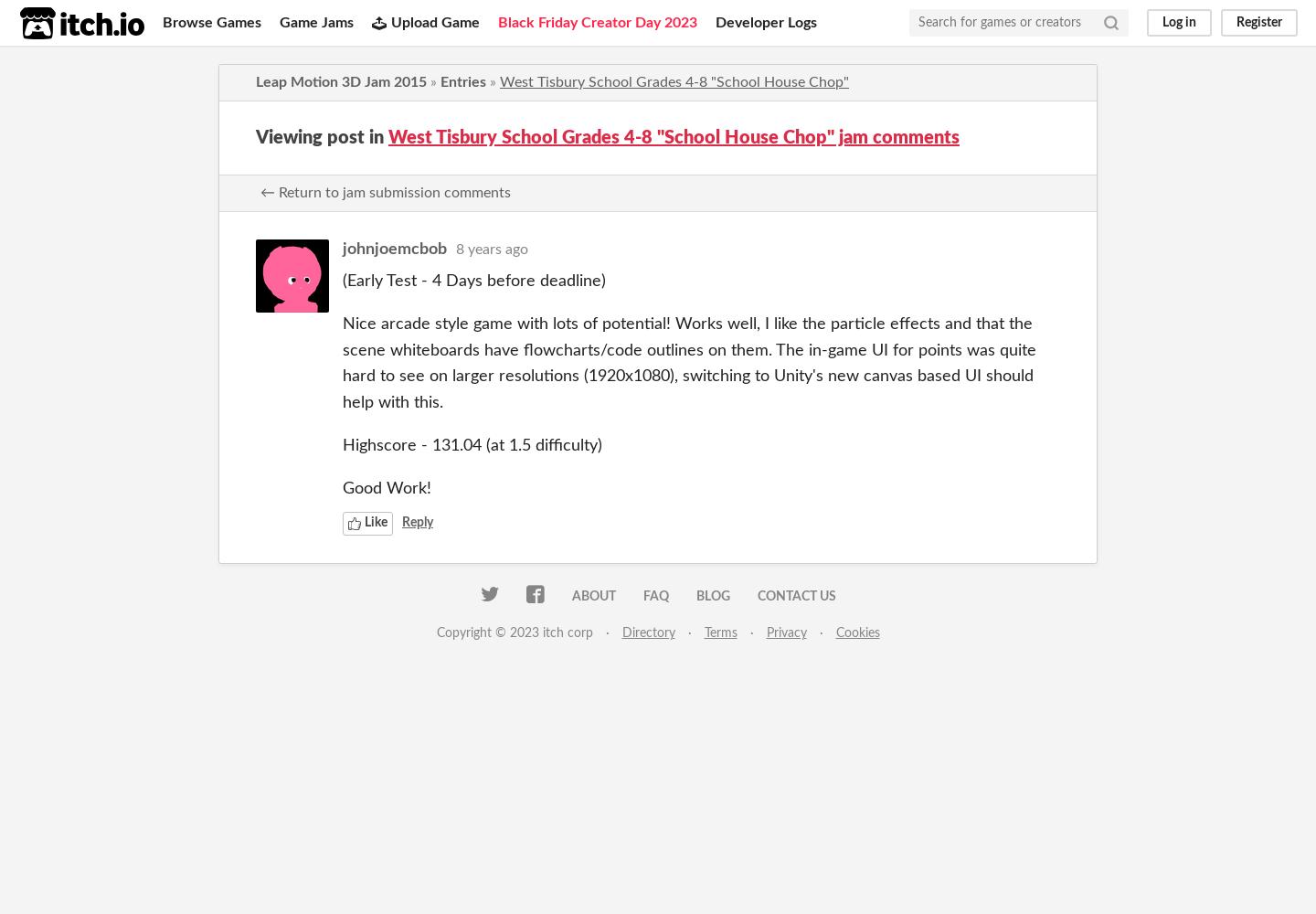  Describe the element at coordinates (673, 138) in the screenshot. I see `'West Tisbury School Grades 4-8 "School House Chop" jam comments'` at that location.